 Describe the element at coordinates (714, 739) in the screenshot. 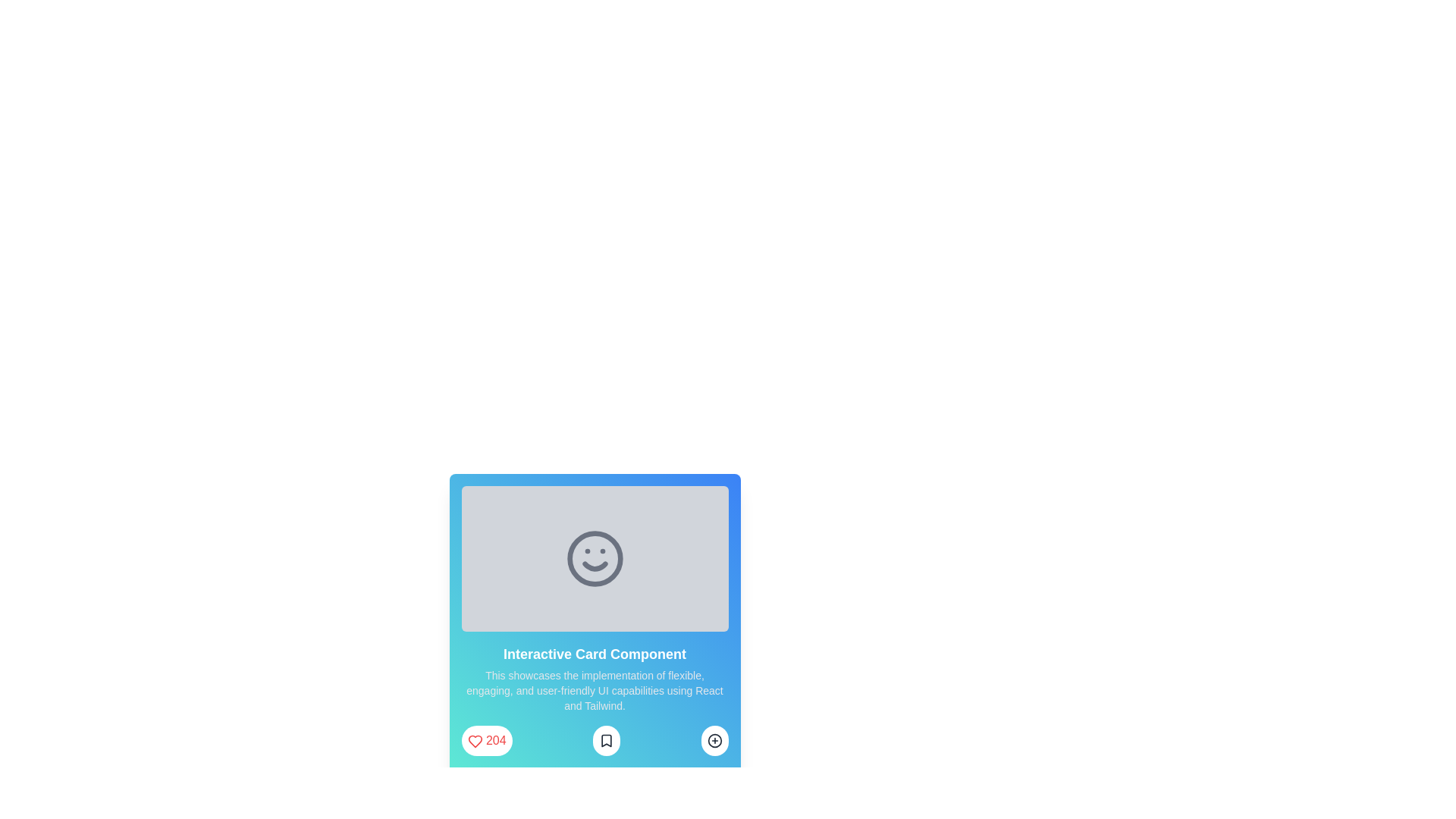

I see `the SVG circle component that serves as the outer boundary for the 'plus' icon located at the bottom-right corner of the interface` at that location.